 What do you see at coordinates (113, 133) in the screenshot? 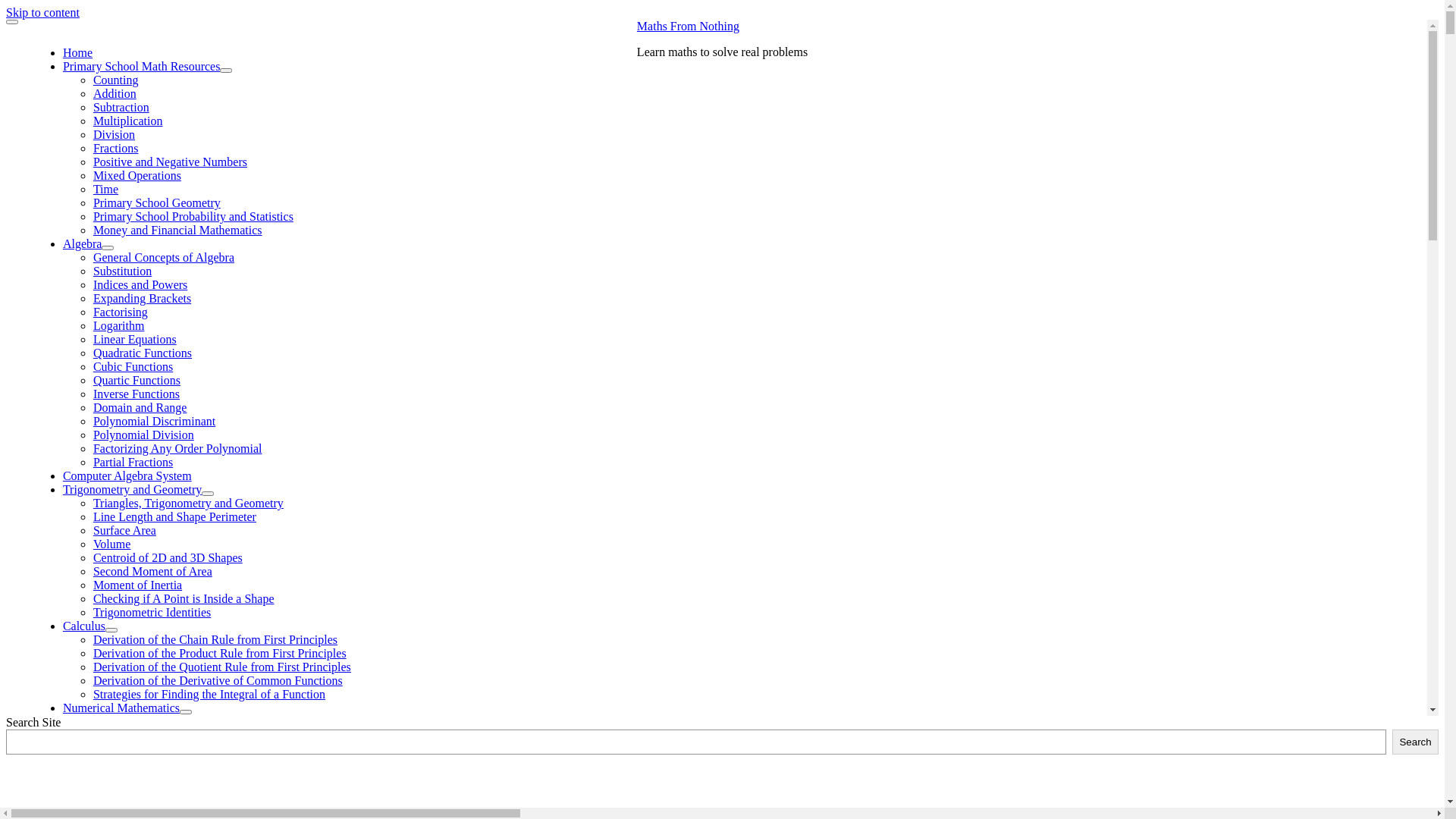
I see `'Division'` at bounding box center [113, 133].